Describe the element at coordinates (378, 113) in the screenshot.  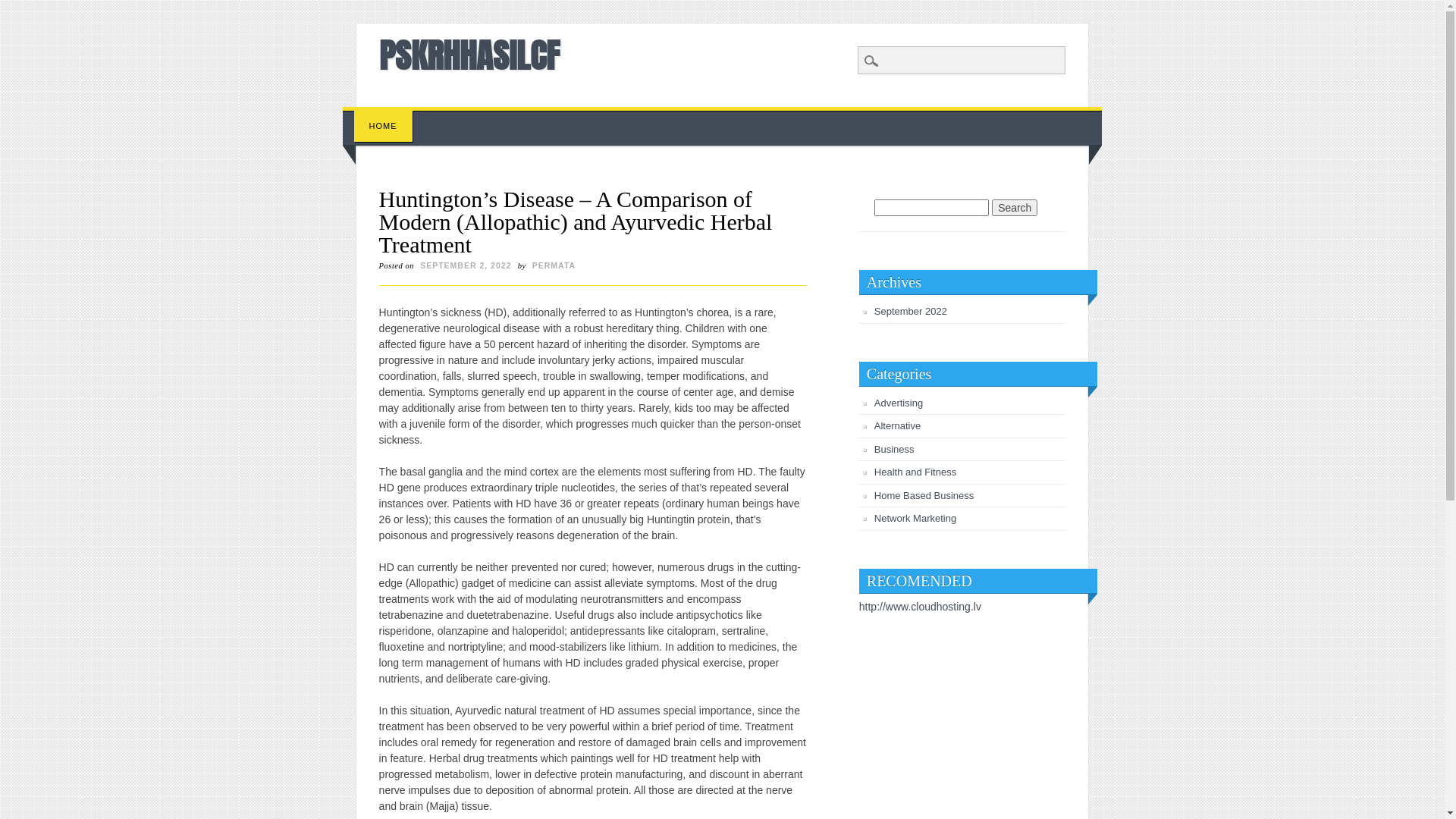
I see `'Skip to content'` at that location.